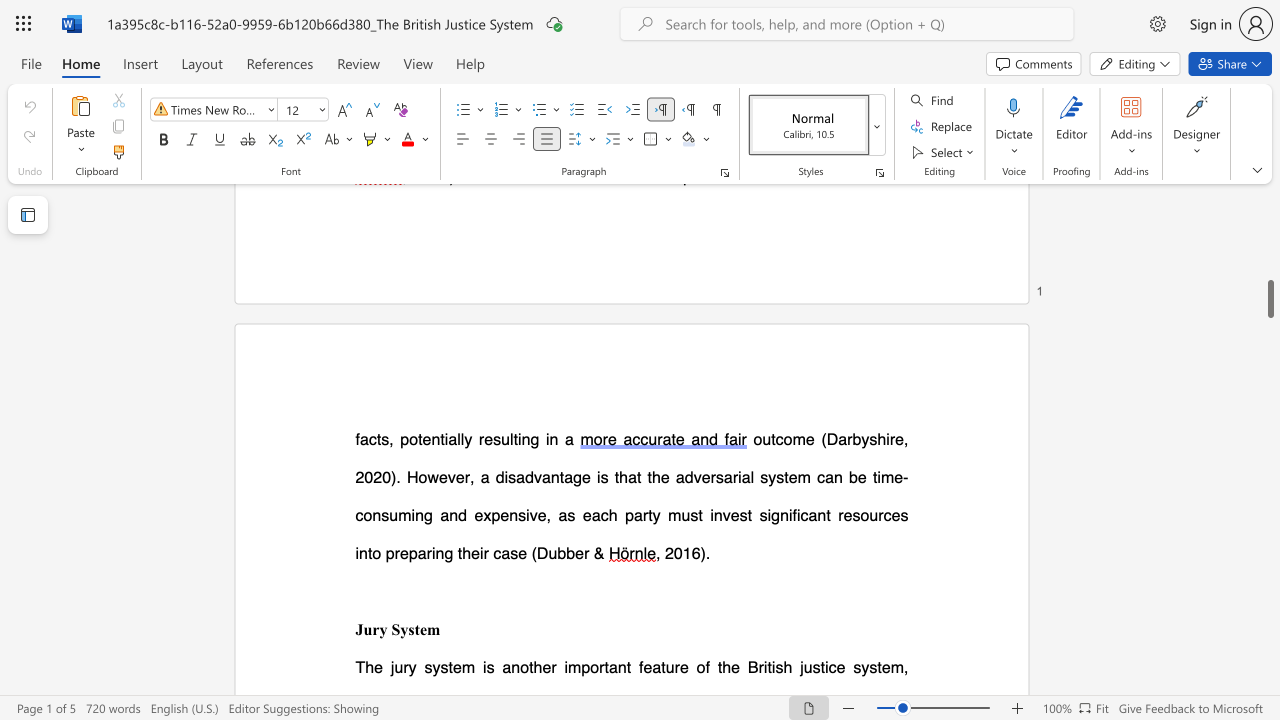 This screenshot has height=720, width=1280. What do you see at coordinates (534, 553) in the screenshot?
I see `the 1th character "(" in the text` at bounding box center [534, 553].